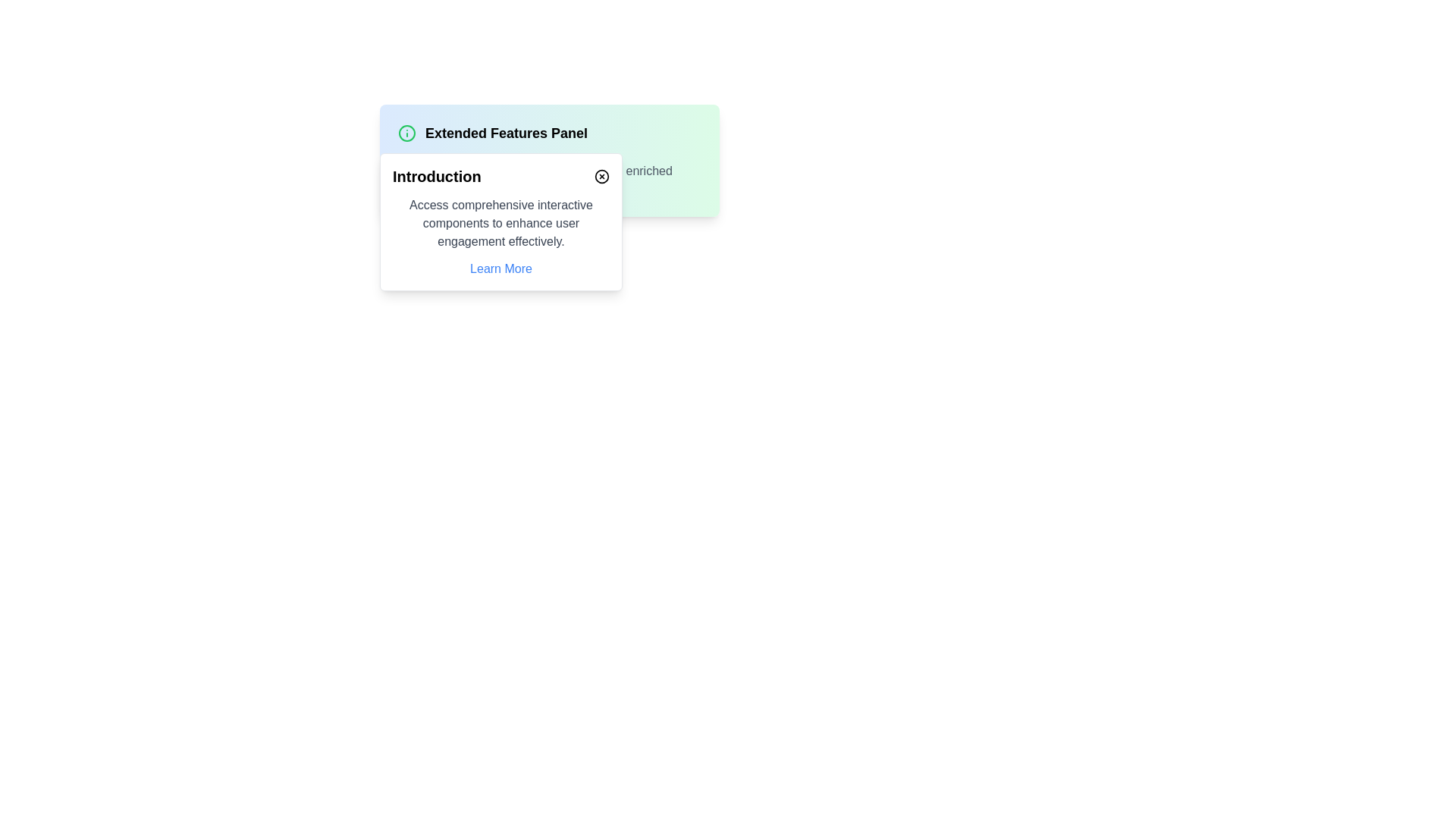 Image resolution: width=1456 pixels, height=819 pixels. I want to click on the circle icon with a bold black boundary and a white fill located in the top-right corner of the contextual informational card, so click(601, 175).